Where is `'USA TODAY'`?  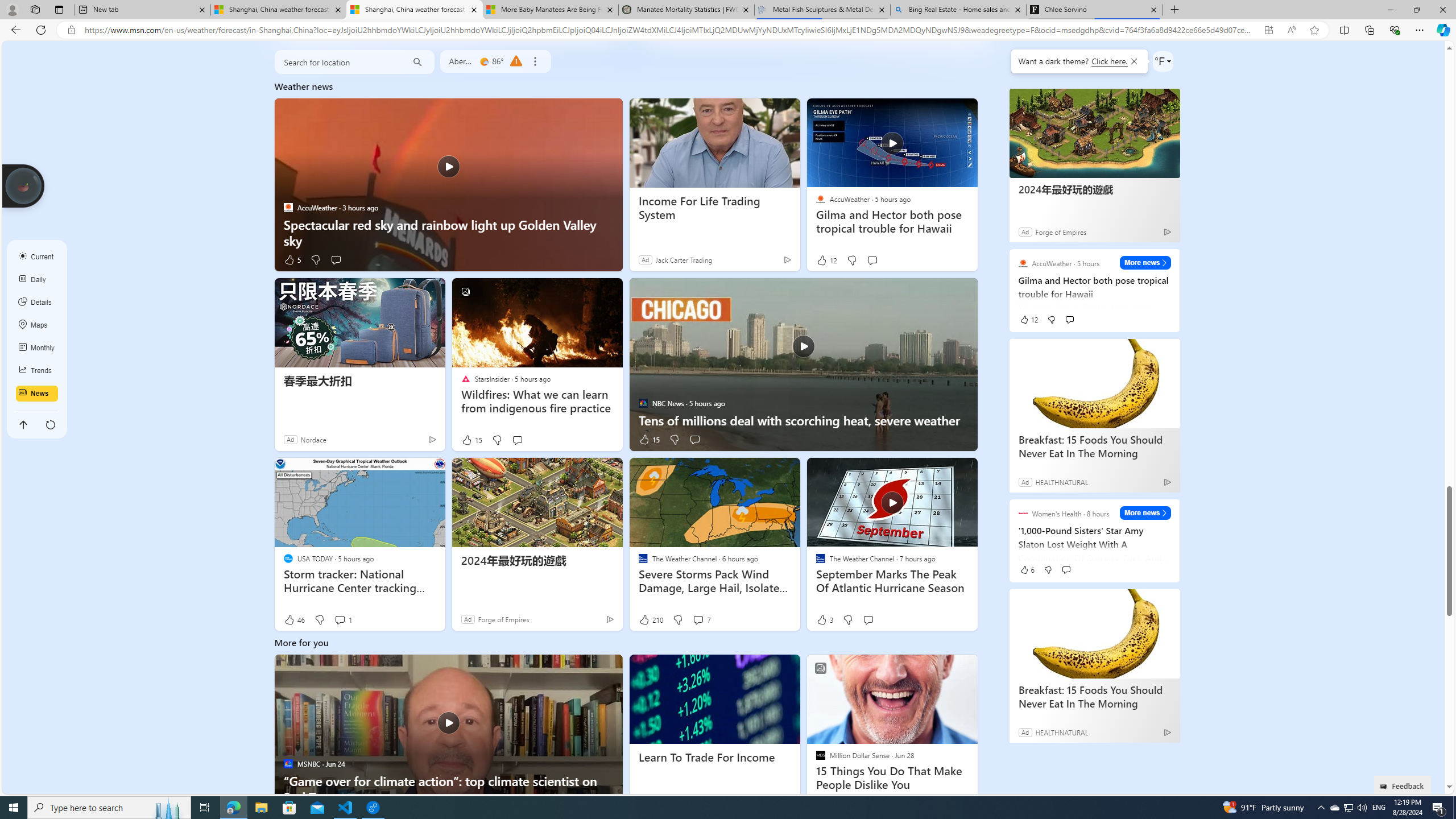
'USA TODAY' is located at coordinates (287, 558).